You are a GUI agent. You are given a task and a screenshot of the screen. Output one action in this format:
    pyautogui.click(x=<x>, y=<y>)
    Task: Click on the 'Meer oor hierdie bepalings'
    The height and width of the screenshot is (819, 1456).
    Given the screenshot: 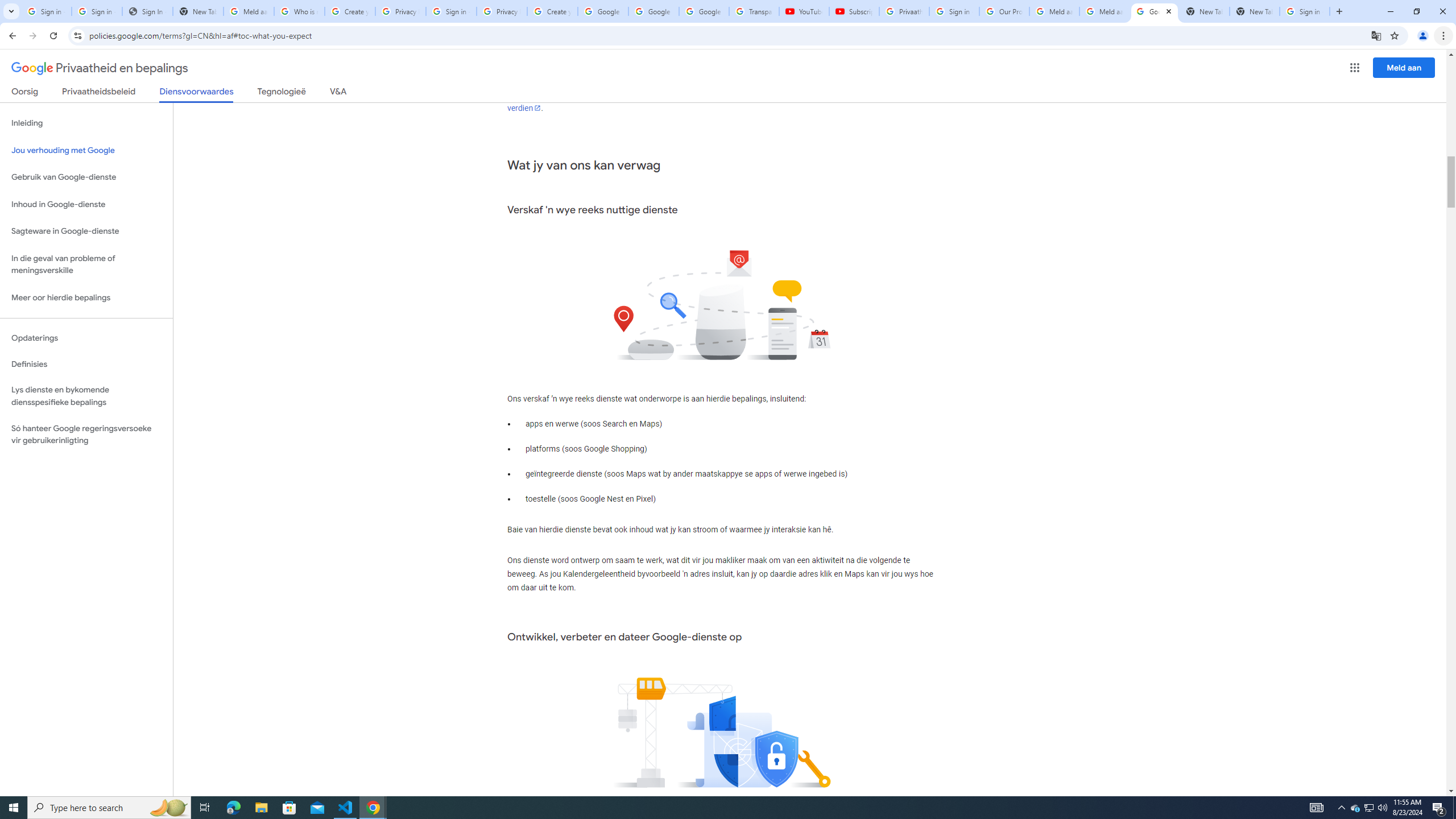 What is the action you would take?
    pyautogui.click(x=86, y=298)
    